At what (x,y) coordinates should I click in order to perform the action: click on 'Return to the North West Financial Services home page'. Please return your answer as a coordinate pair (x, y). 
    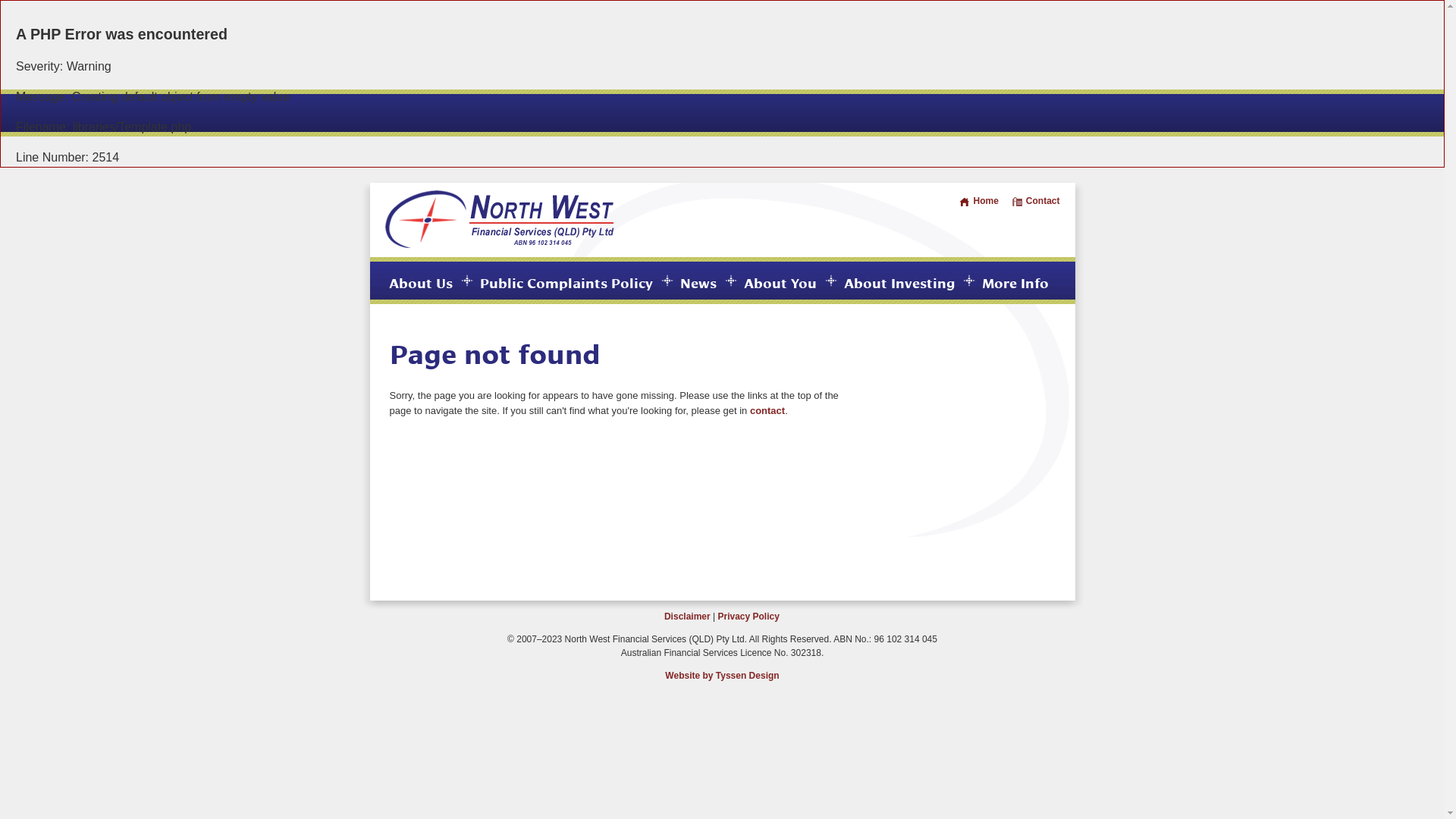
    Looking at the image, I should click on (499, 243).